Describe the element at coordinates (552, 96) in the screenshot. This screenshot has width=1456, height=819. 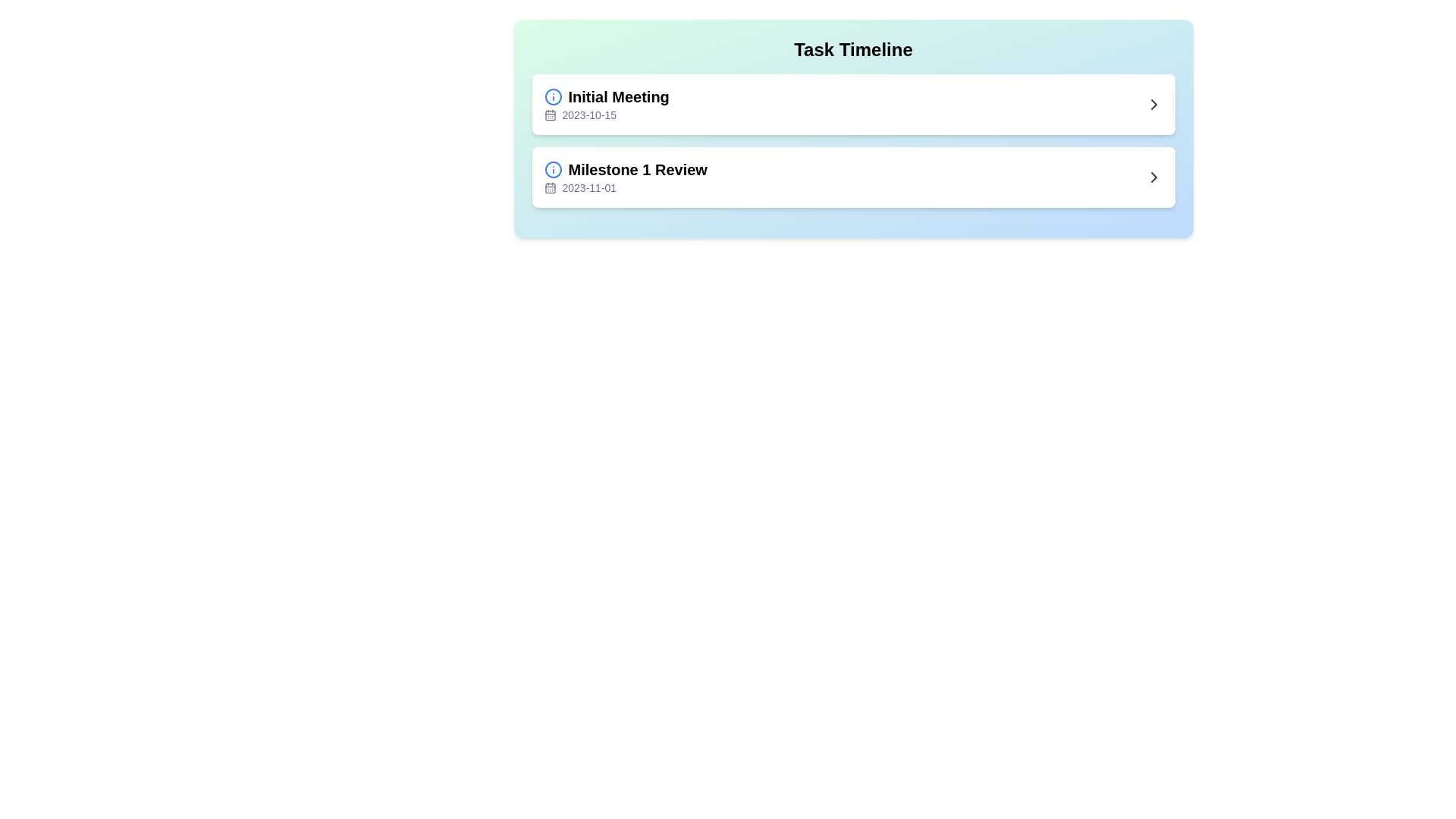
I see `the circular outline of the SVG icon that resembles an 'info' button located adjacent to the text 'Milestone 1 Review'` at that location.